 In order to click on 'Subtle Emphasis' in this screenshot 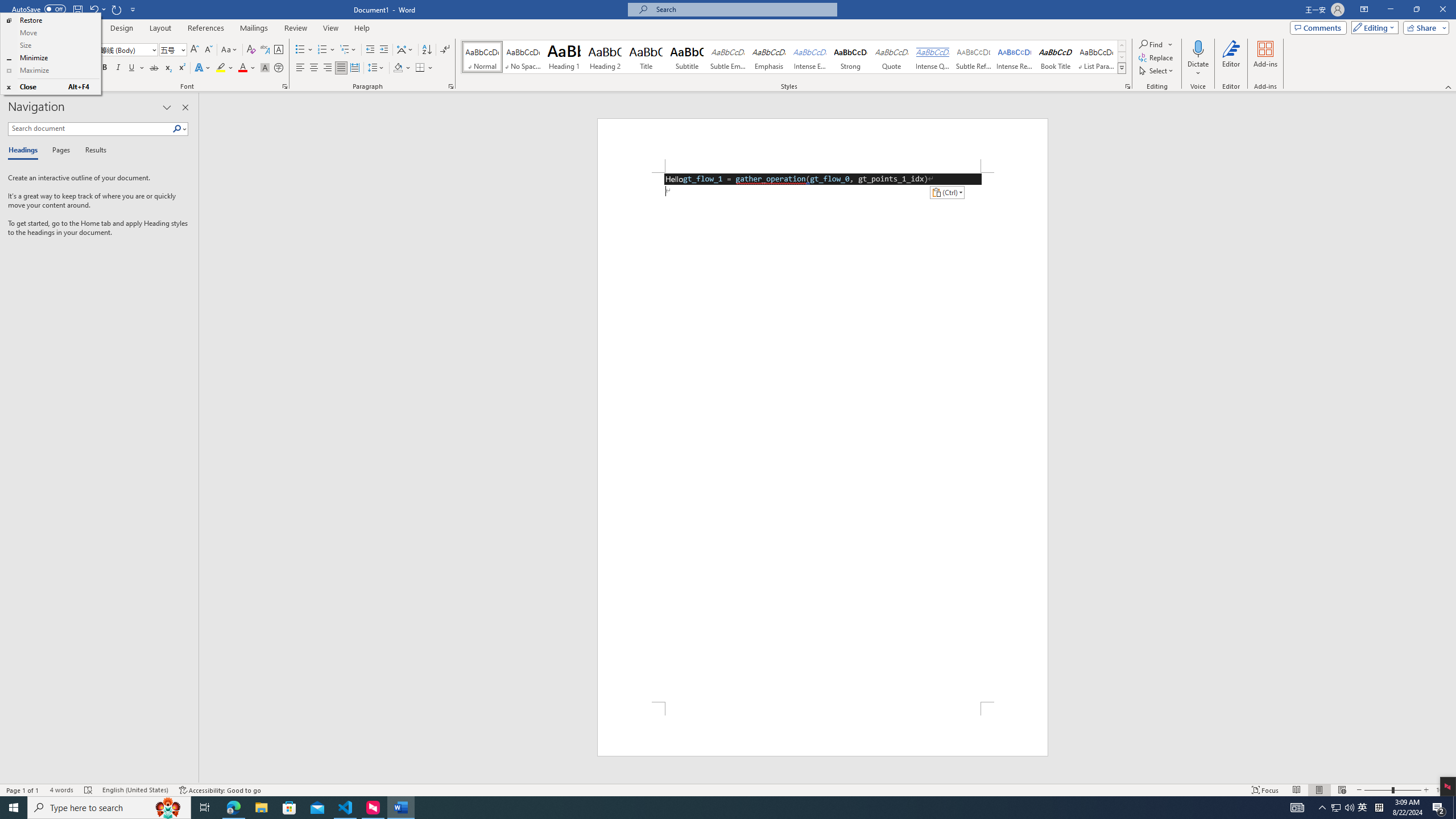, I will do `click(728, 56)`.